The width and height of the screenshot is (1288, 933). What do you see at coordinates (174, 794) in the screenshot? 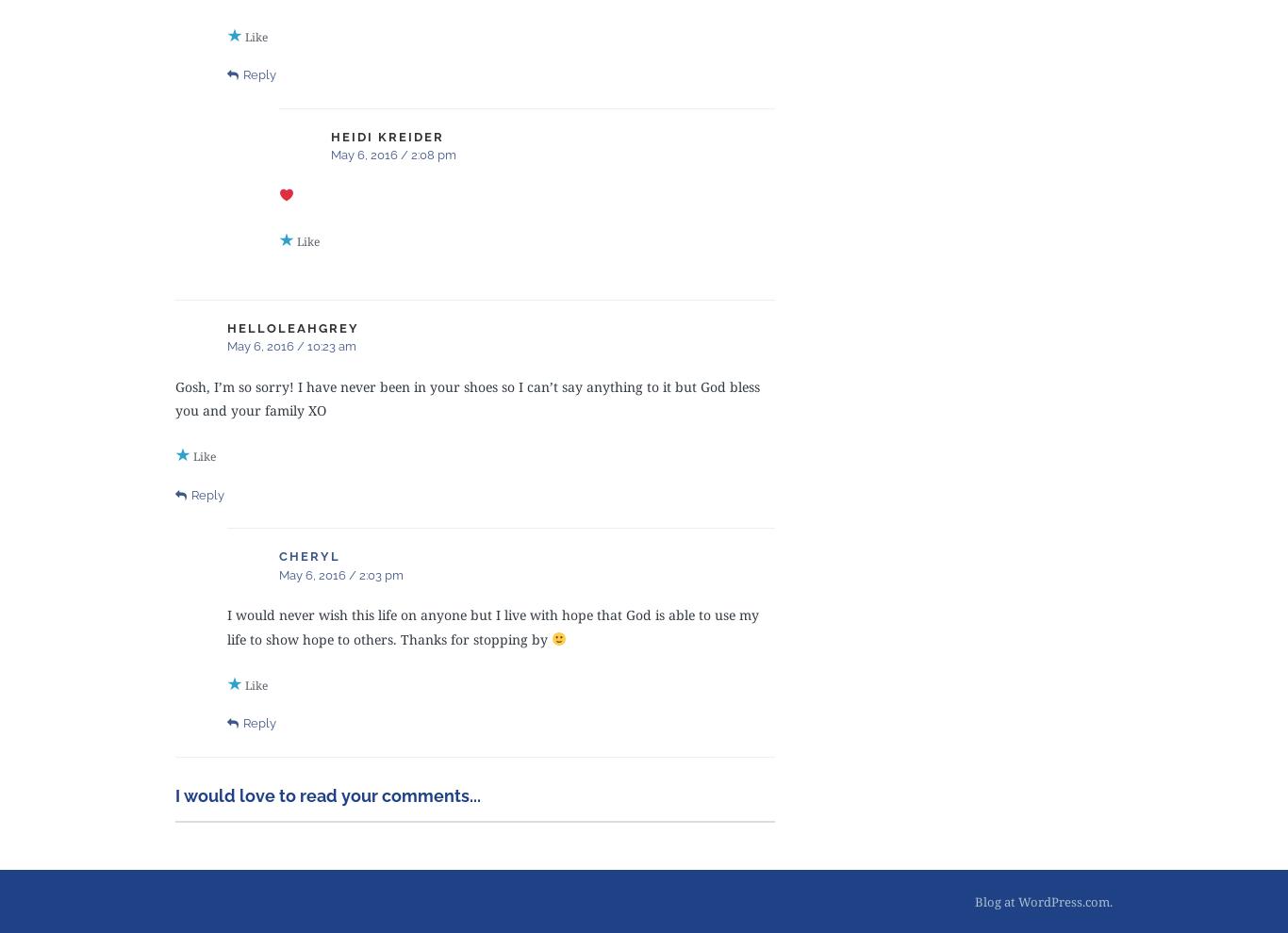
I see `'I would love to read your comments...'` at bounding box center [174, 794].